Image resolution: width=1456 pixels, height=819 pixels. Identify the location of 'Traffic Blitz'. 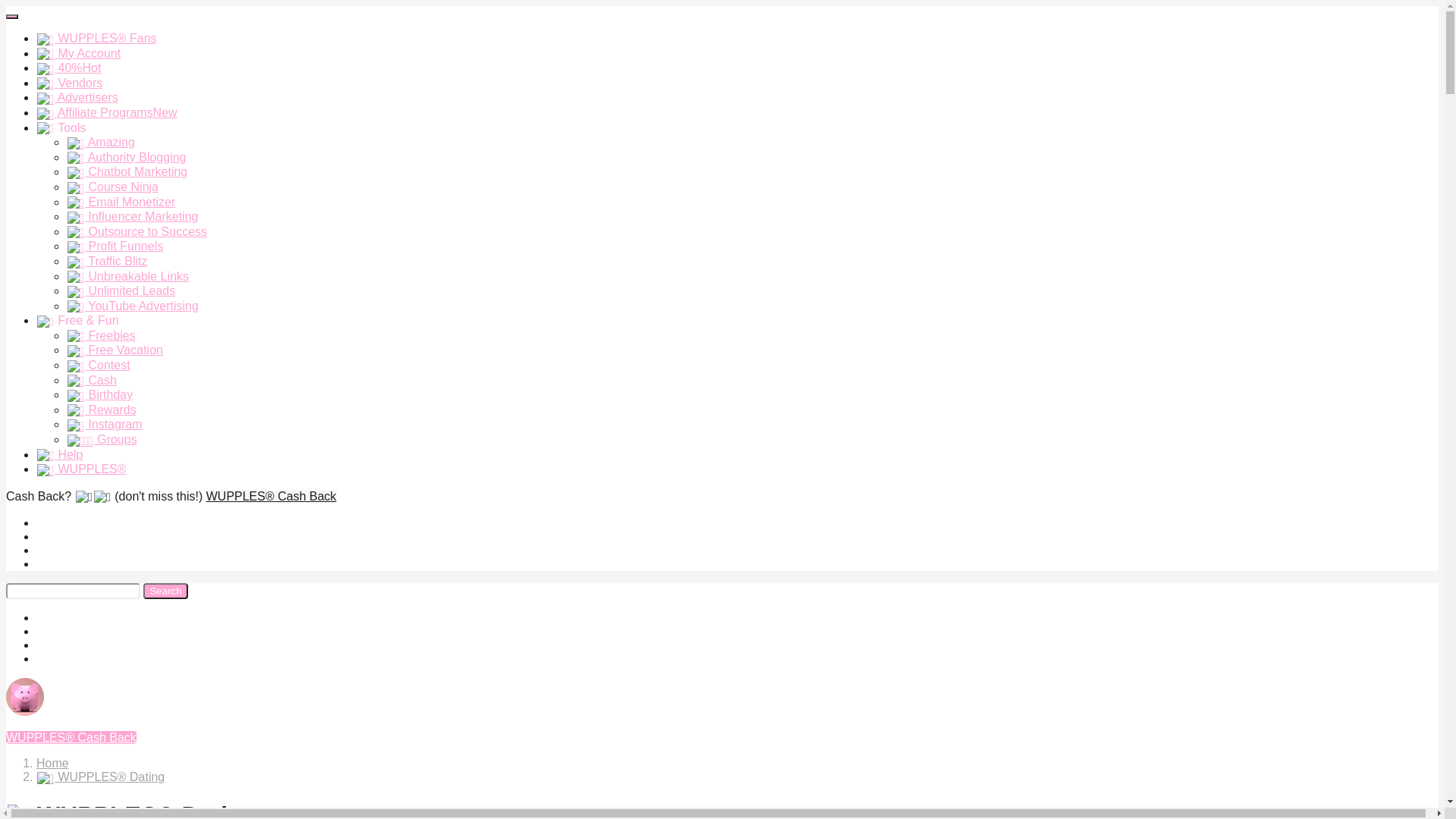
(65, 260).